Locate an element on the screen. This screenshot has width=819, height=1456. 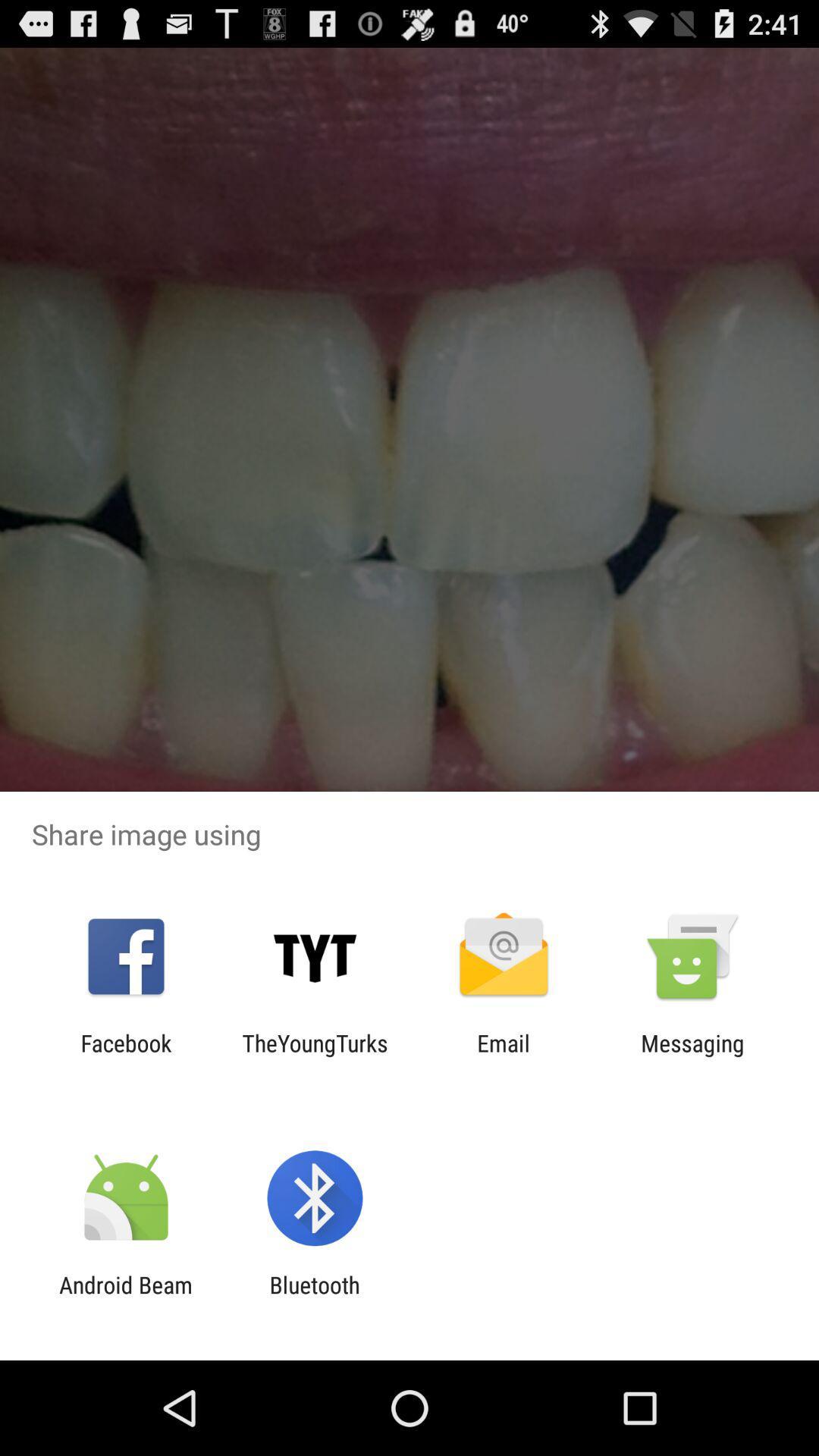
item to the right of facebook is located at coordinates (314, 1056).